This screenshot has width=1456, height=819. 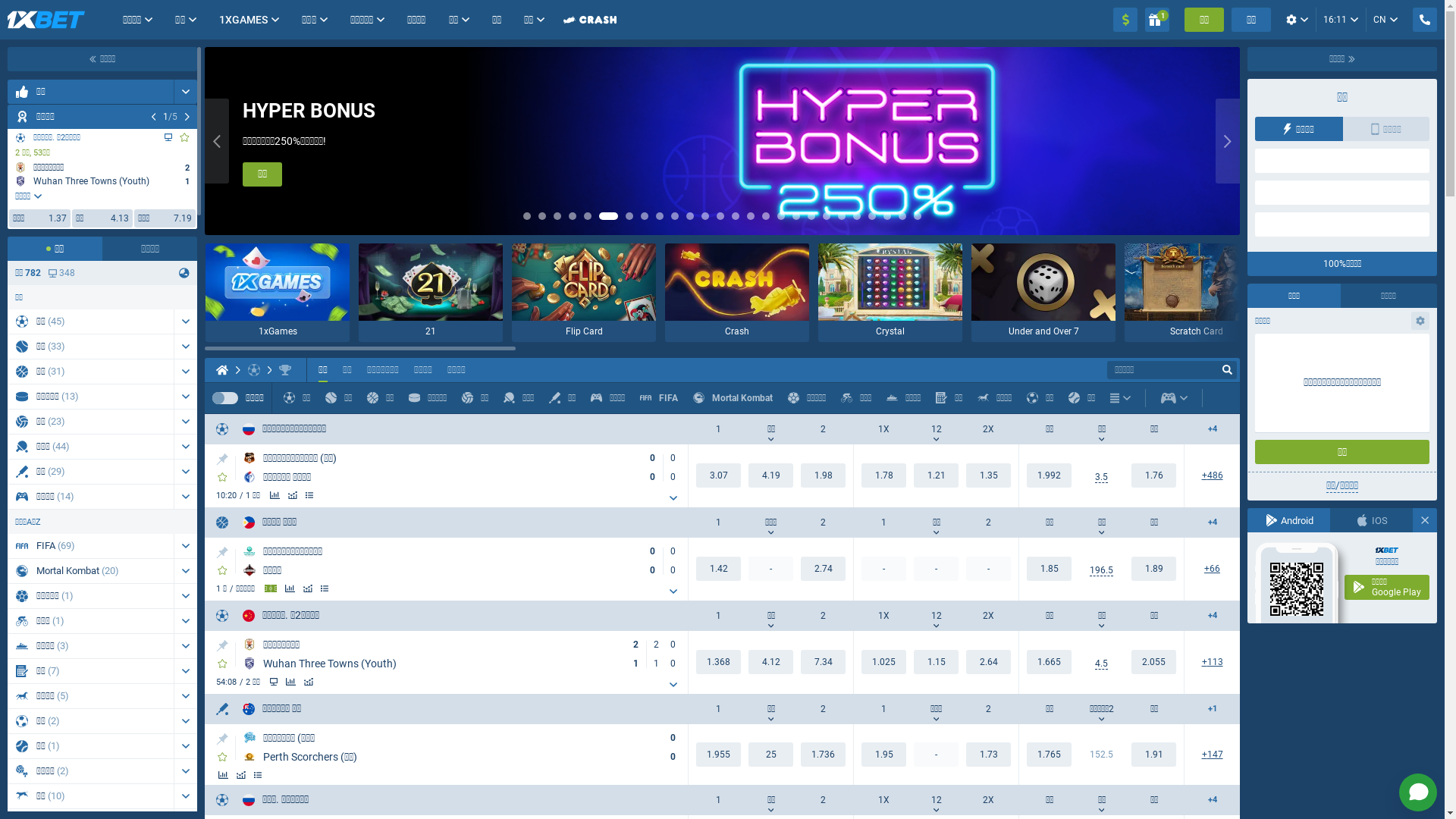 I want to click on '196.5', so click(x=1088, y=570).